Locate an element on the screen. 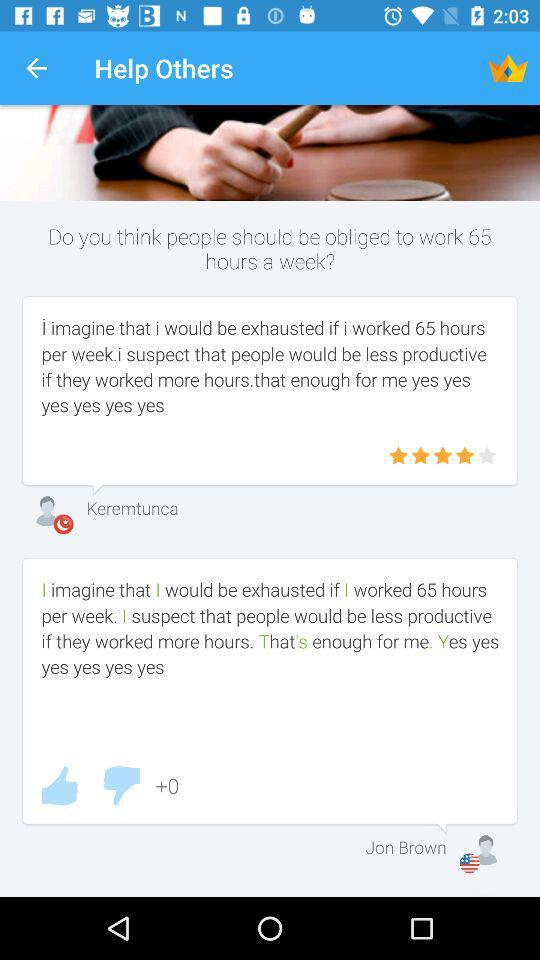  dislike the comment is located at coordinates (121, 785).